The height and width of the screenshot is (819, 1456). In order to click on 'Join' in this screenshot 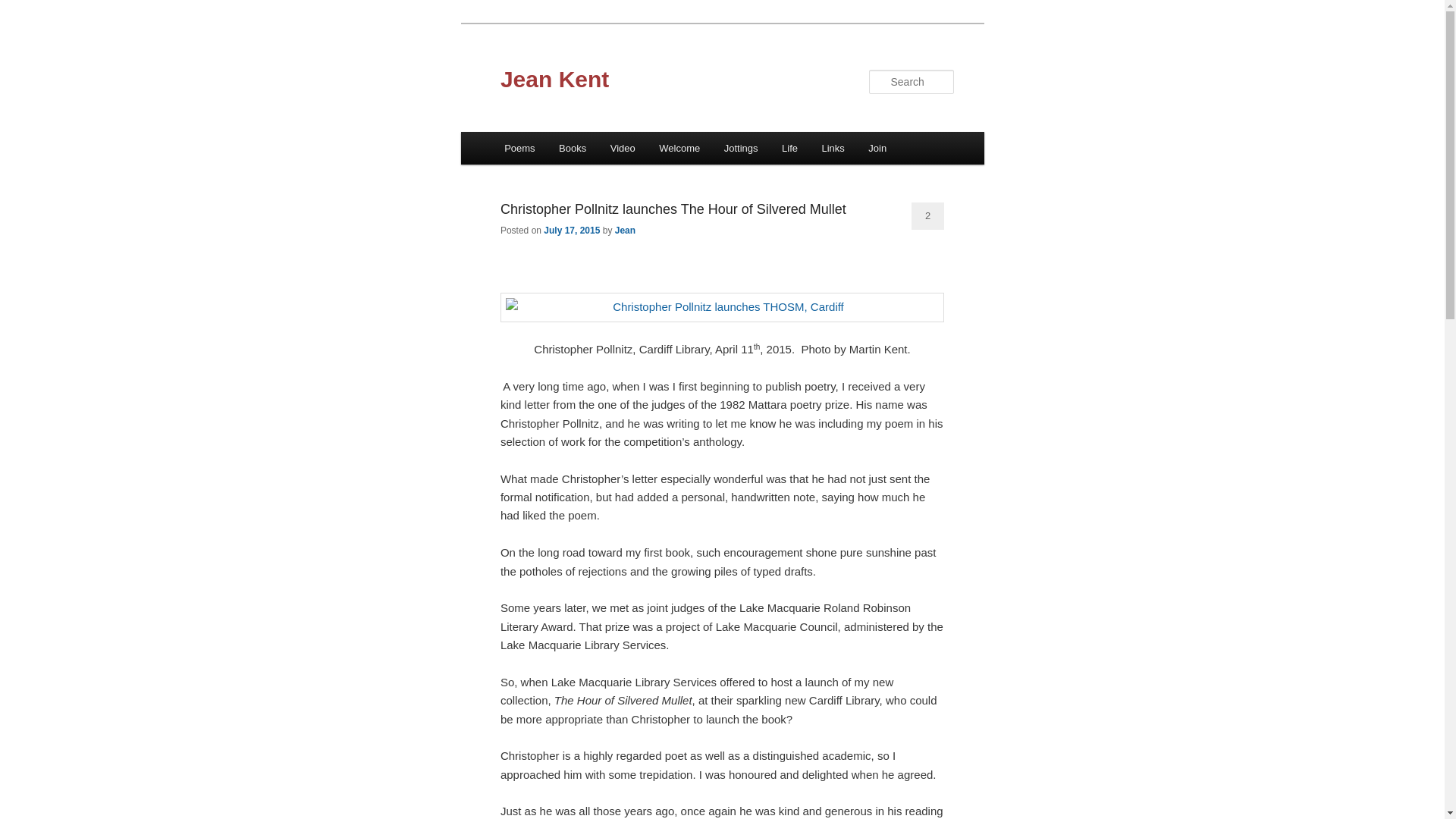, I will do `click(877, 148)`.